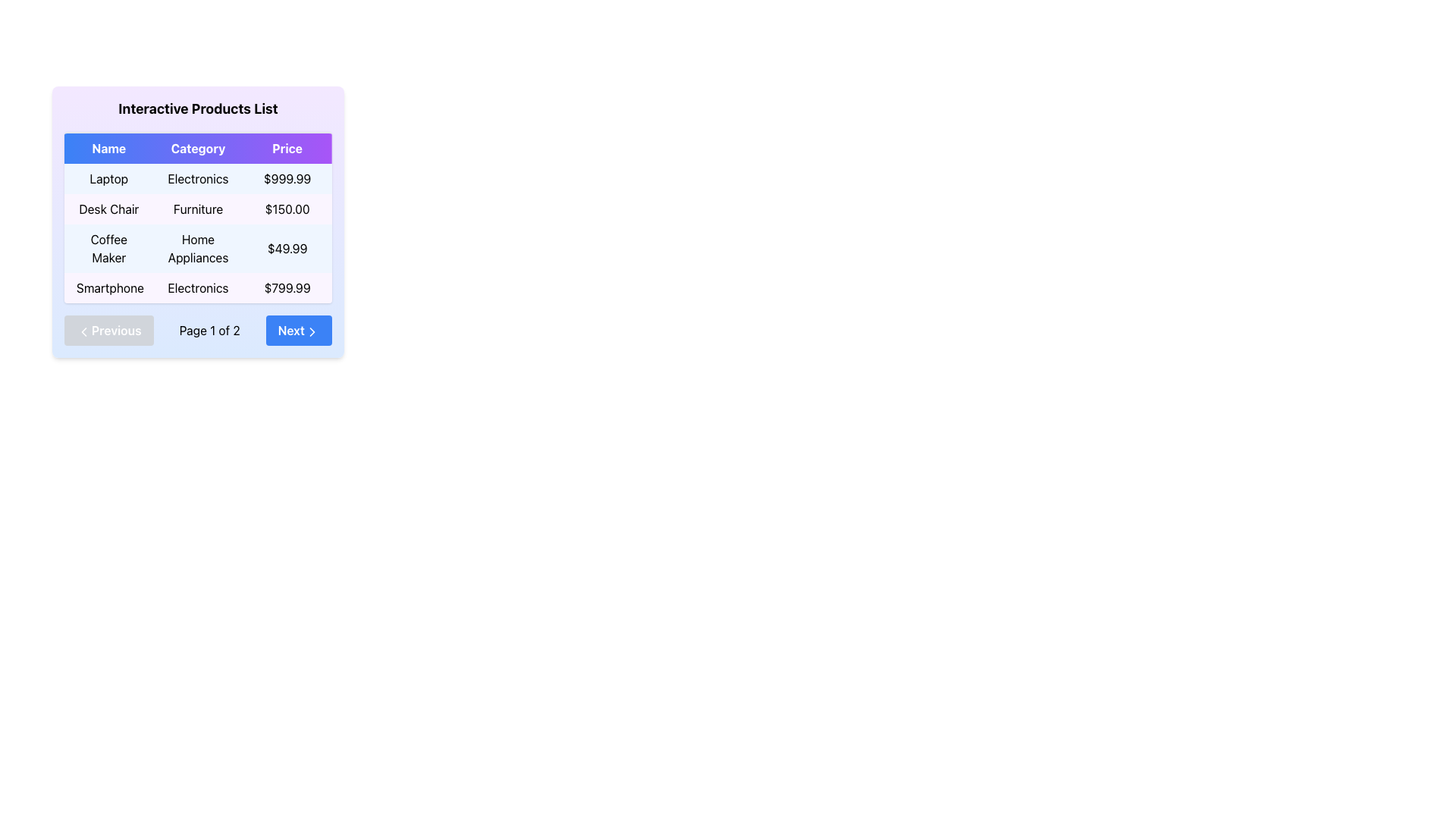 The height and width of the screenshot is (819, 1456). Describe the element at coordinates (197, 247) in the screenshot. I see `the third row in the table that contains details about the product 'Coffee Maker', categorized under 'Home Appliances' with a price of '$49.99'` at that location.